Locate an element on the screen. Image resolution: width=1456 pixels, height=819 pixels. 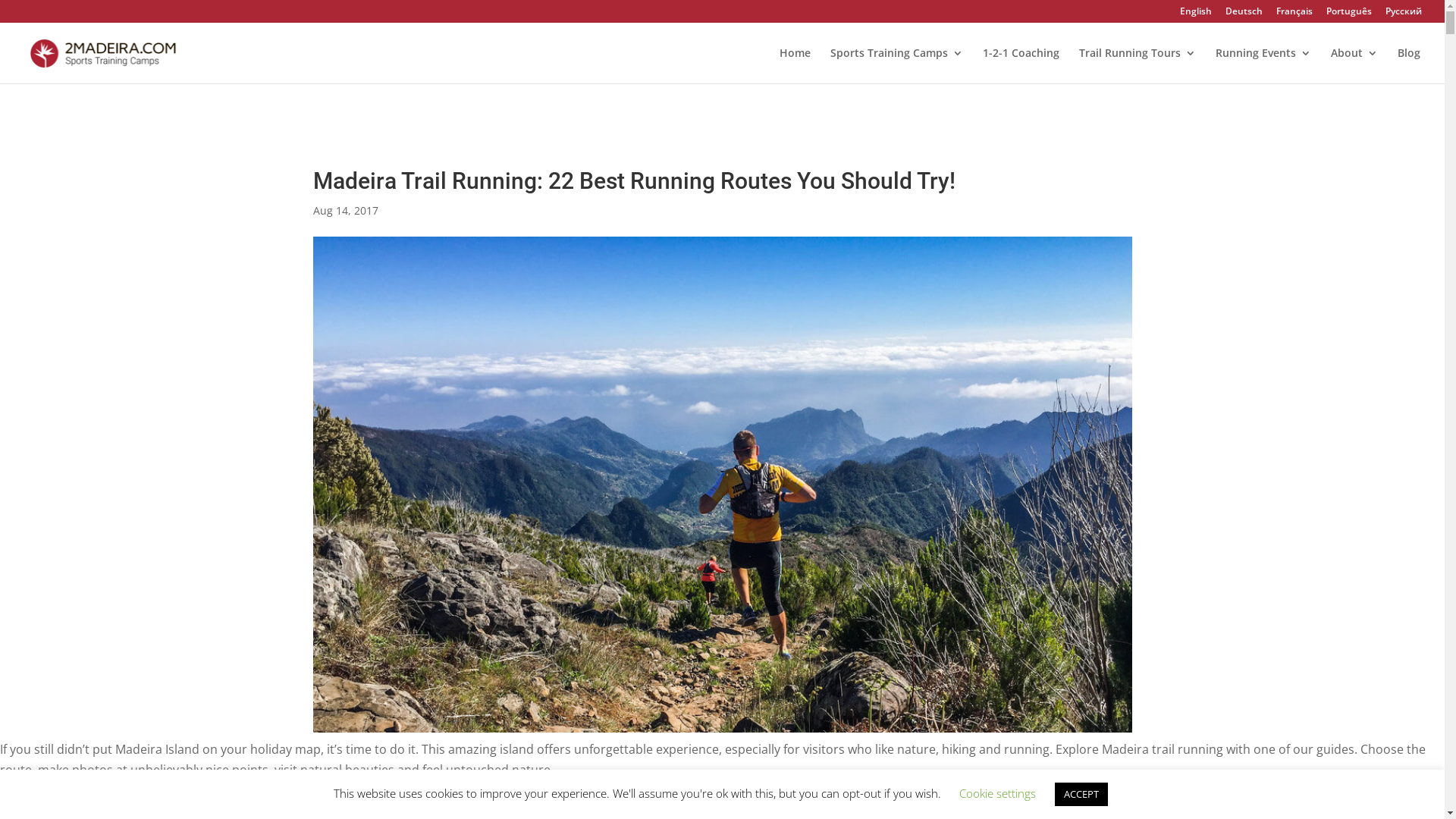
'ACCEPT' is located at coordinates (1080, 793).